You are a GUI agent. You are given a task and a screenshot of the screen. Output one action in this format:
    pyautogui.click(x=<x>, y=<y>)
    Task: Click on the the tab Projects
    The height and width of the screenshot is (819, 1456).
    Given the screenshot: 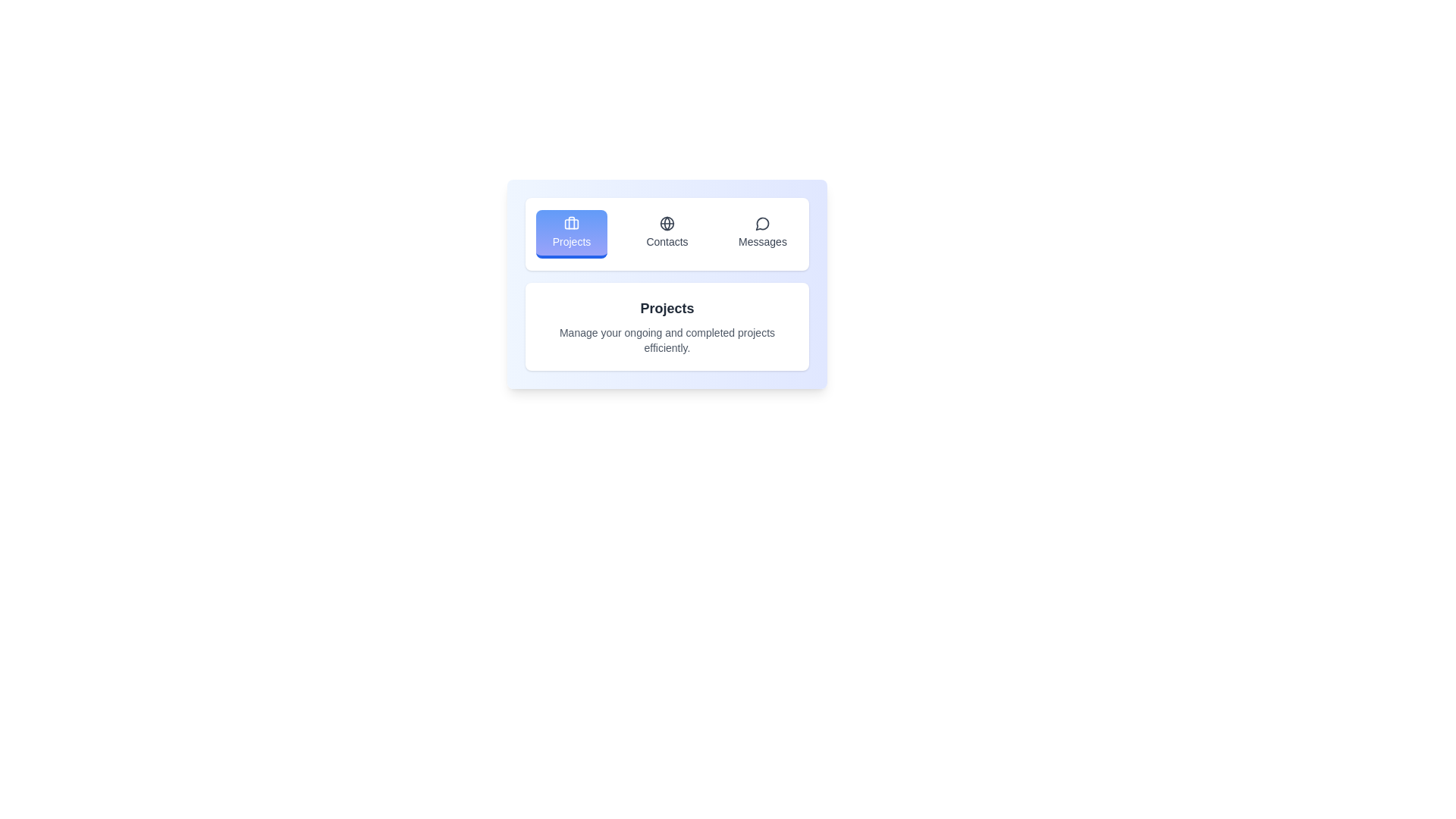 What is the action you would take?
    pyautogui.click(x=570, y=234)
    